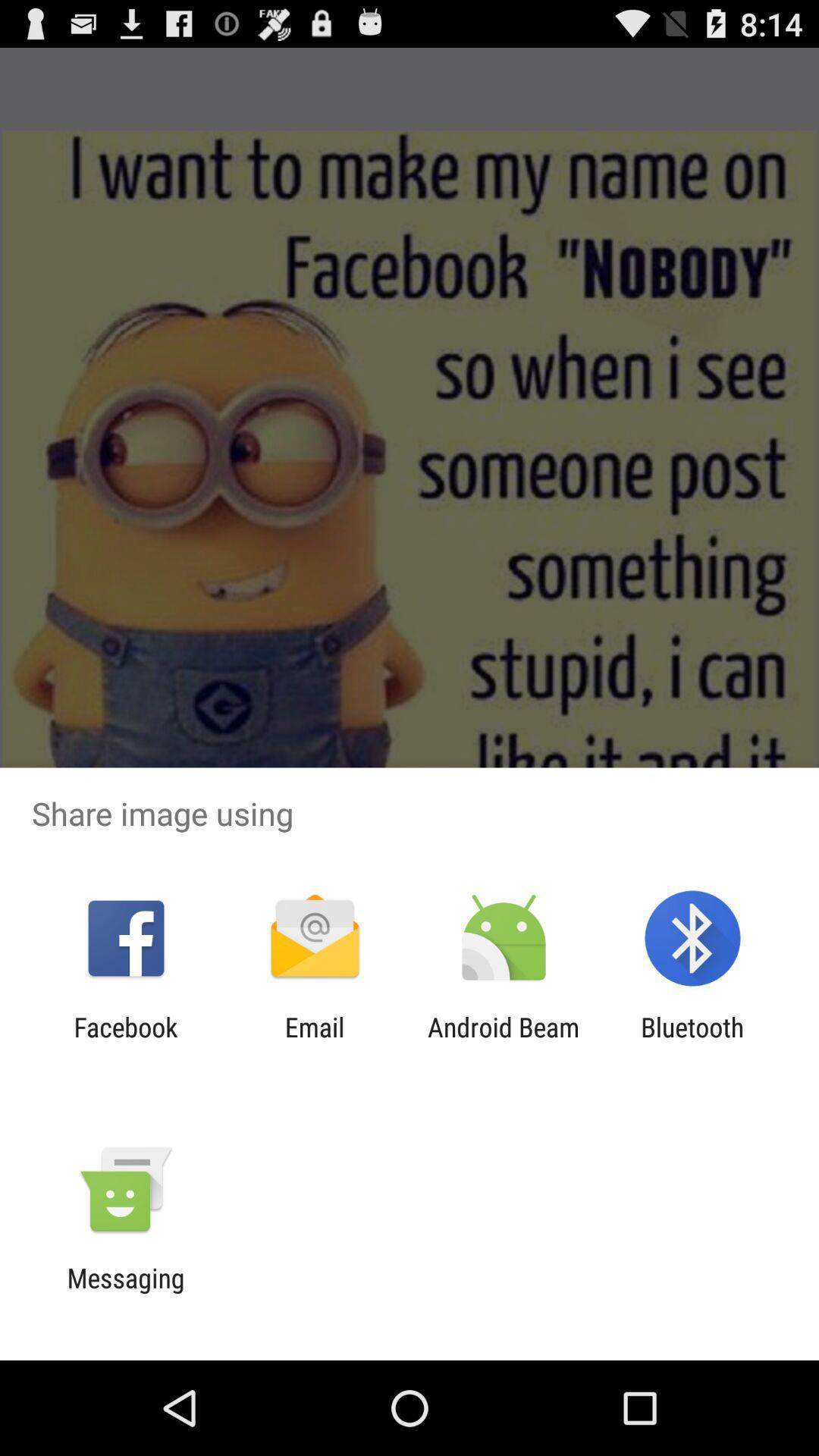 The height and width of the screenshot is (1456, 819). Describe the element at coordinates (314, 1042) in the screenshot. I see `the icon to the right of the facebook` at that location.